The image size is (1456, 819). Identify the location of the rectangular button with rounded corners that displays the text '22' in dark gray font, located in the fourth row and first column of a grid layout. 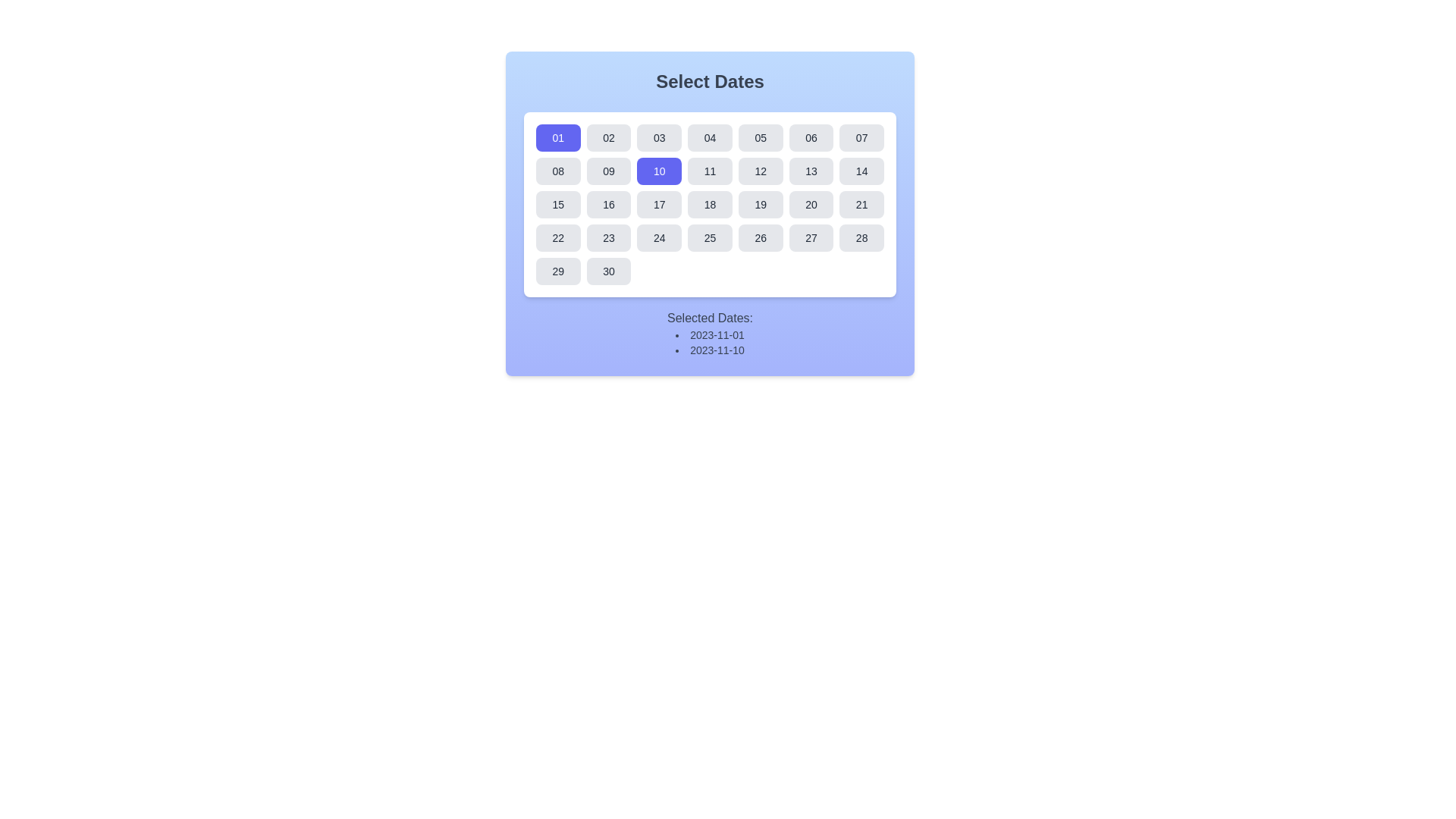
(557, 237).